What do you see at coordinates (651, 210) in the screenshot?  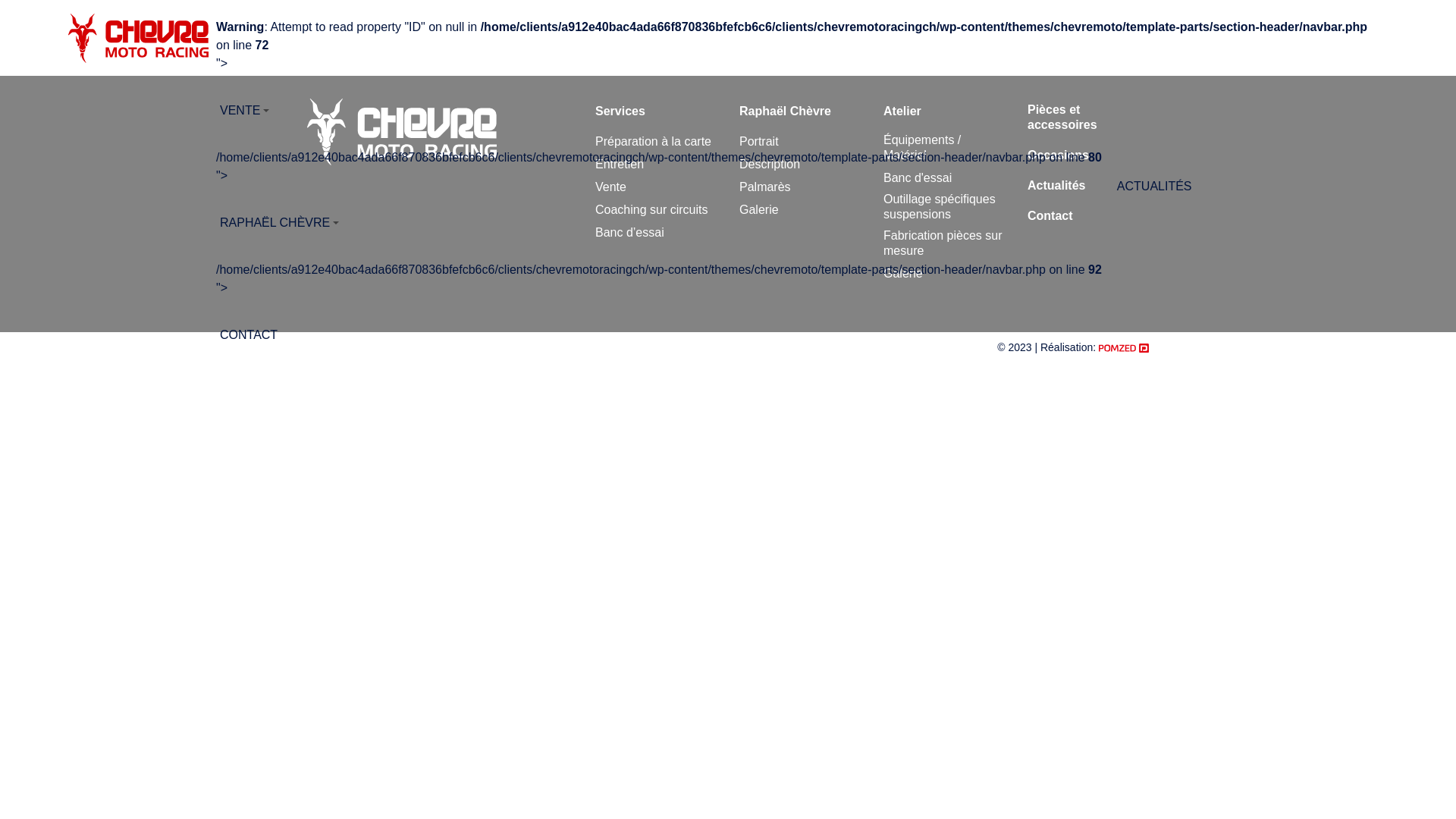 I see `'Coaching sur circuits'` at bounding box center [651, 210].